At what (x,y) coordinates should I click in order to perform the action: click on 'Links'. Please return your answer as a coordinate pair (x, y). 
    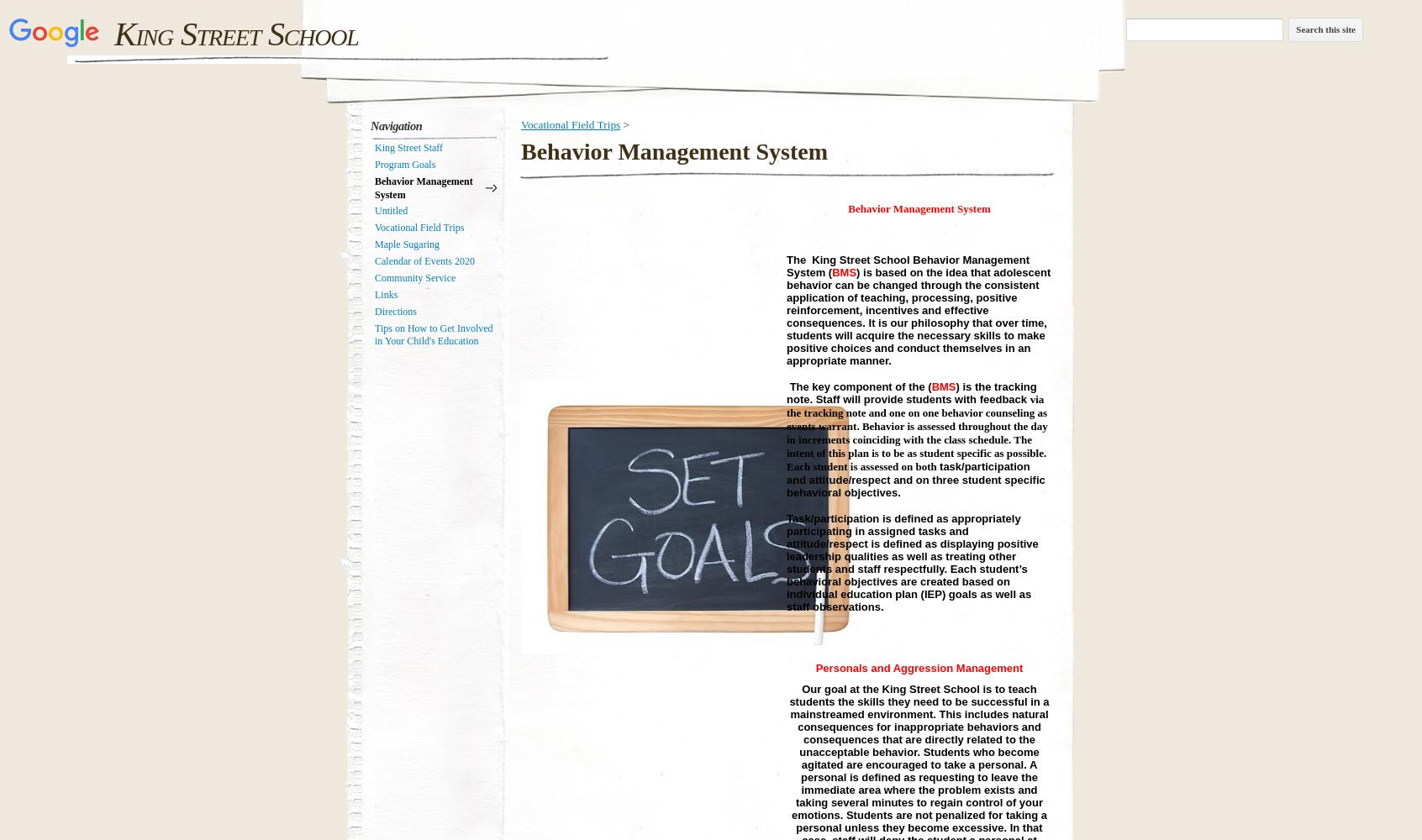
    Looking at the image, I should click on (385, 293).